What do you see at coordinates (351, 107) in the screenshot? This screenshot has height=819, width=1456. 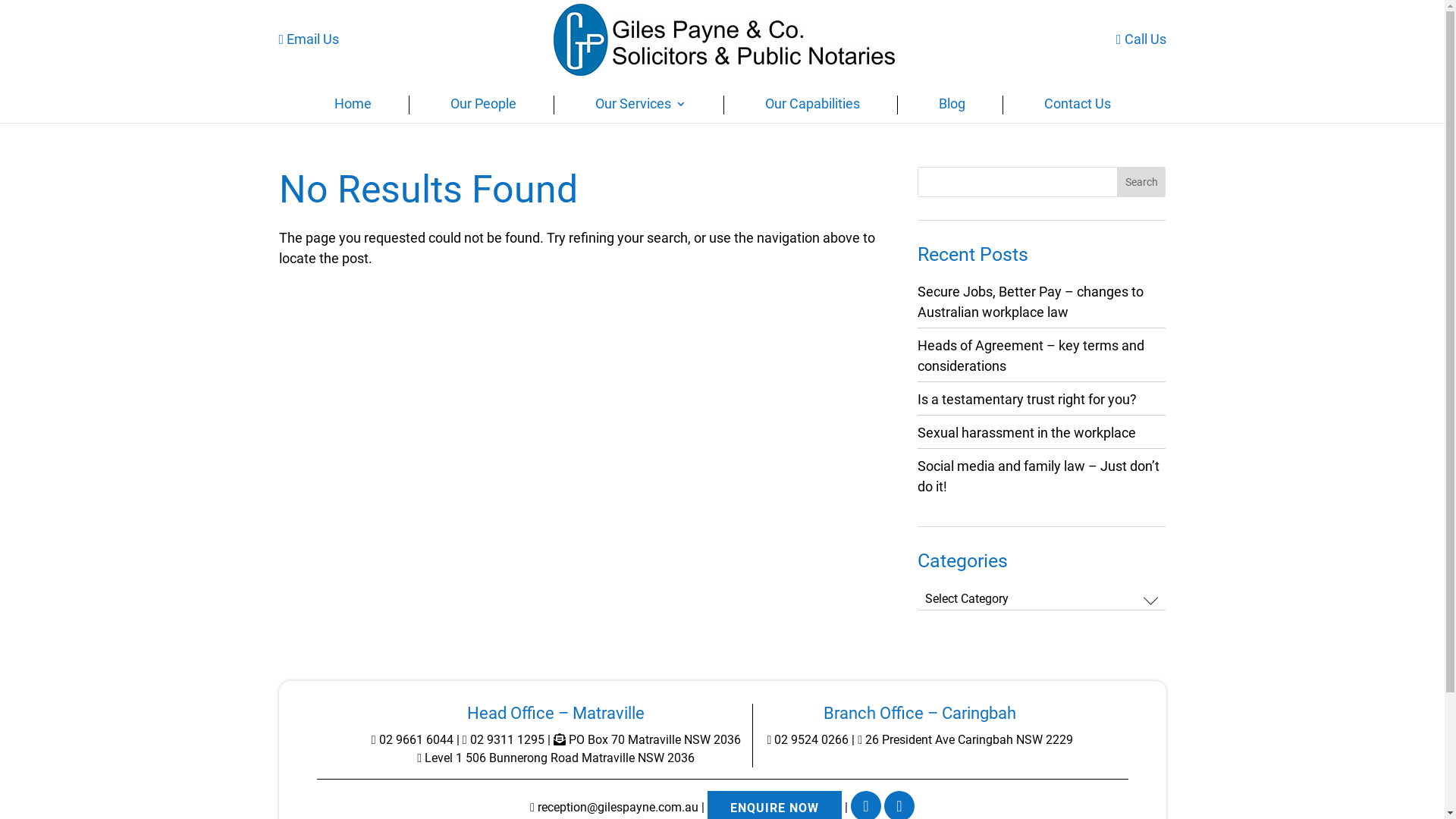 I see `'Home'` at bounding box center [351, 107].